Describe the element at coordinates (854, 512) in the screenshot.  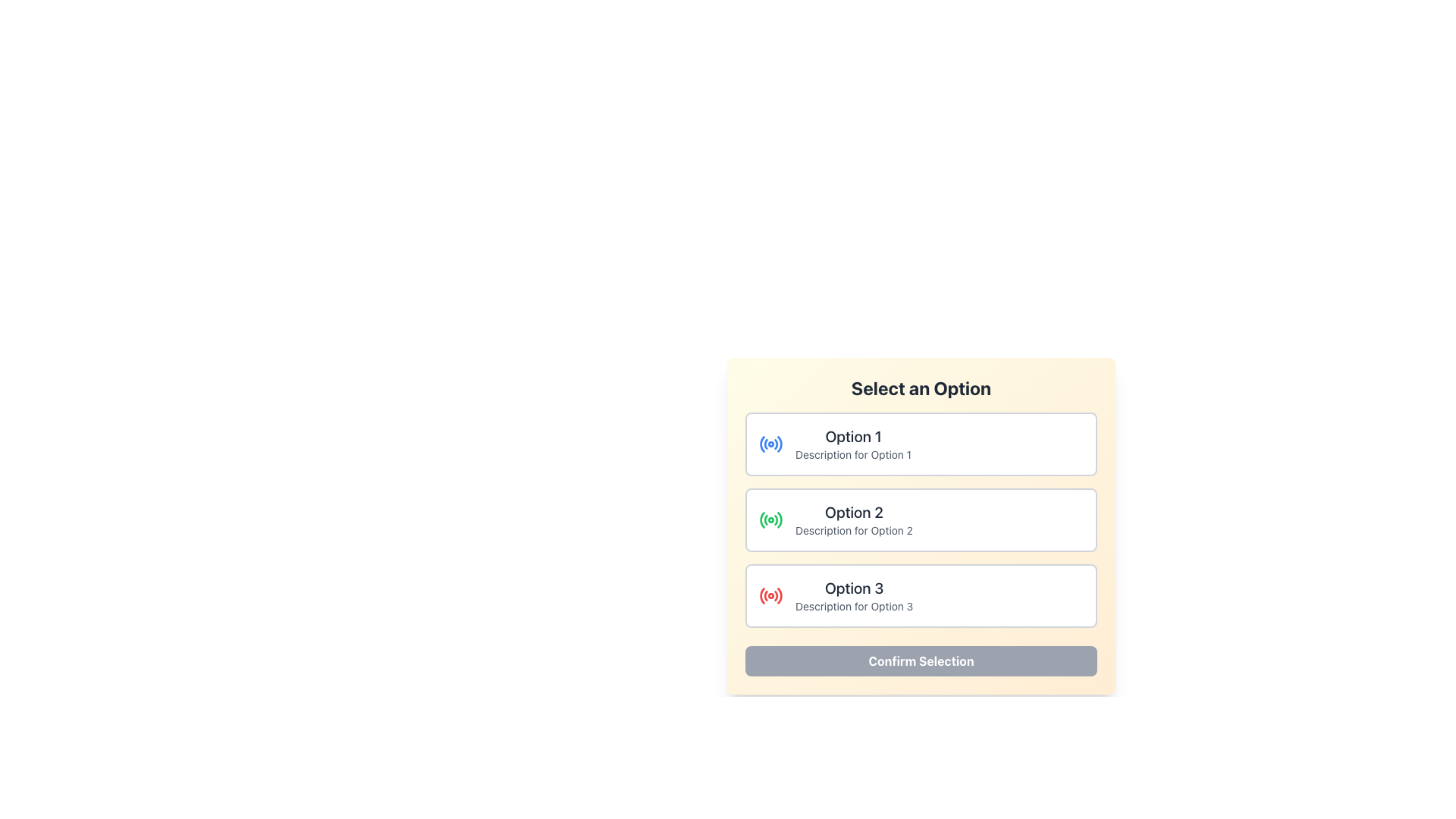
I see `the title text of the second selectable option in the list, which is part of the clickable option block containing 'Option 2'` at that location.